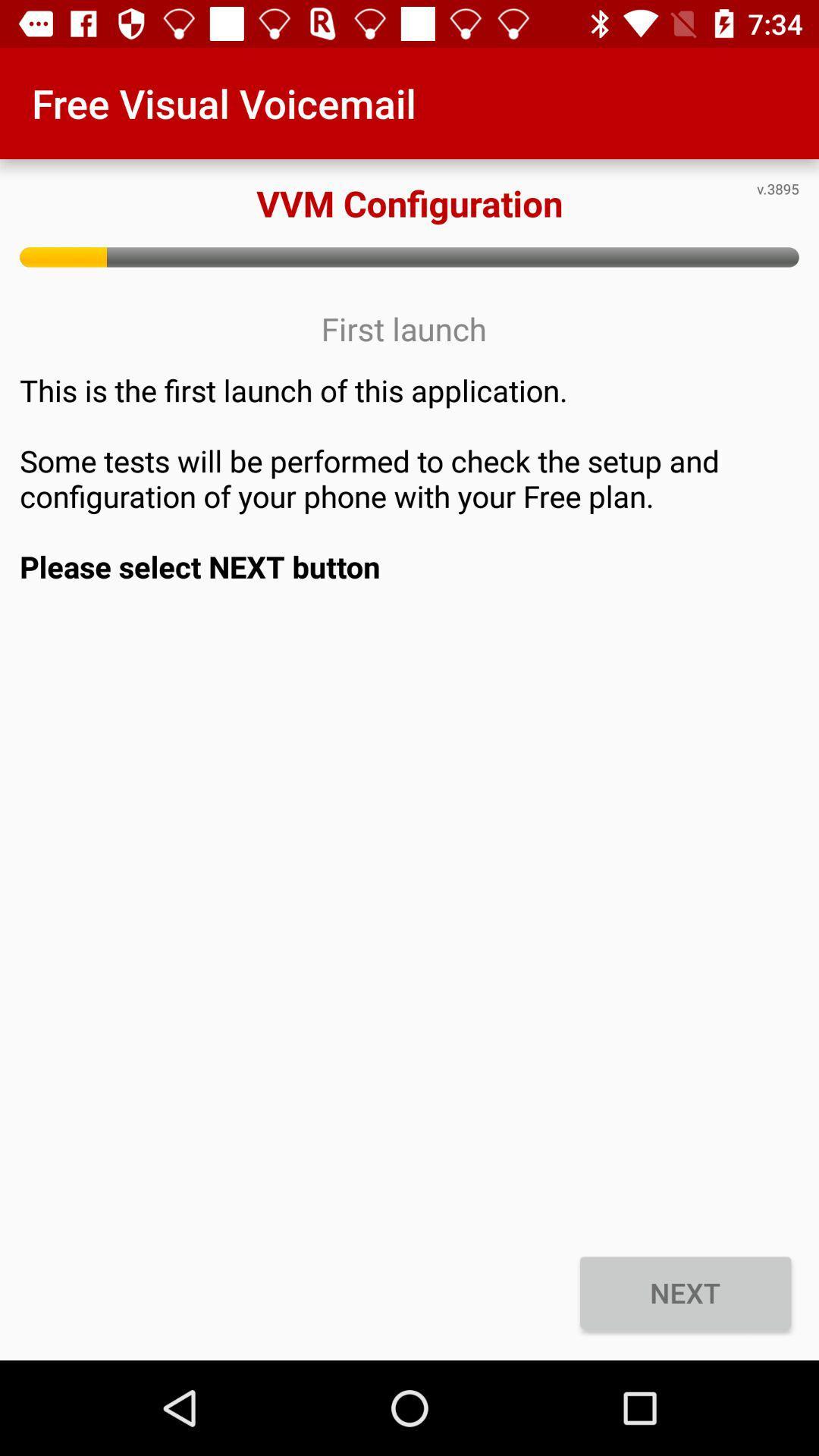 The height and width of the screenshot is (1456, 819). What do you see at coordinates (686, 1291) in the screenshot?
I see `next icon` at bounding box center [686, 1291].